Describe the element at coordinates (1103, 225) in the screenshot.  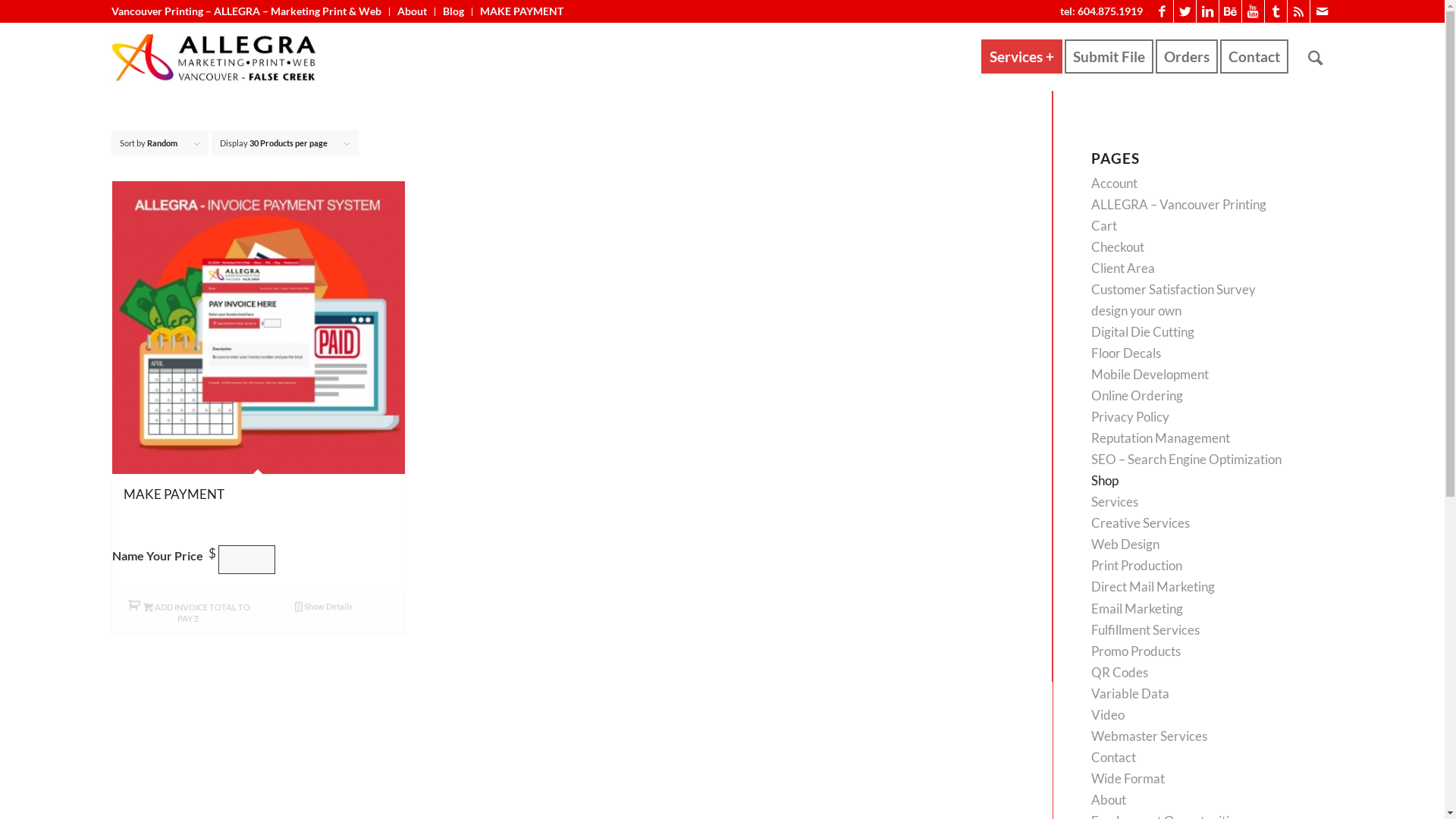
I see `'Cart'` at that location.